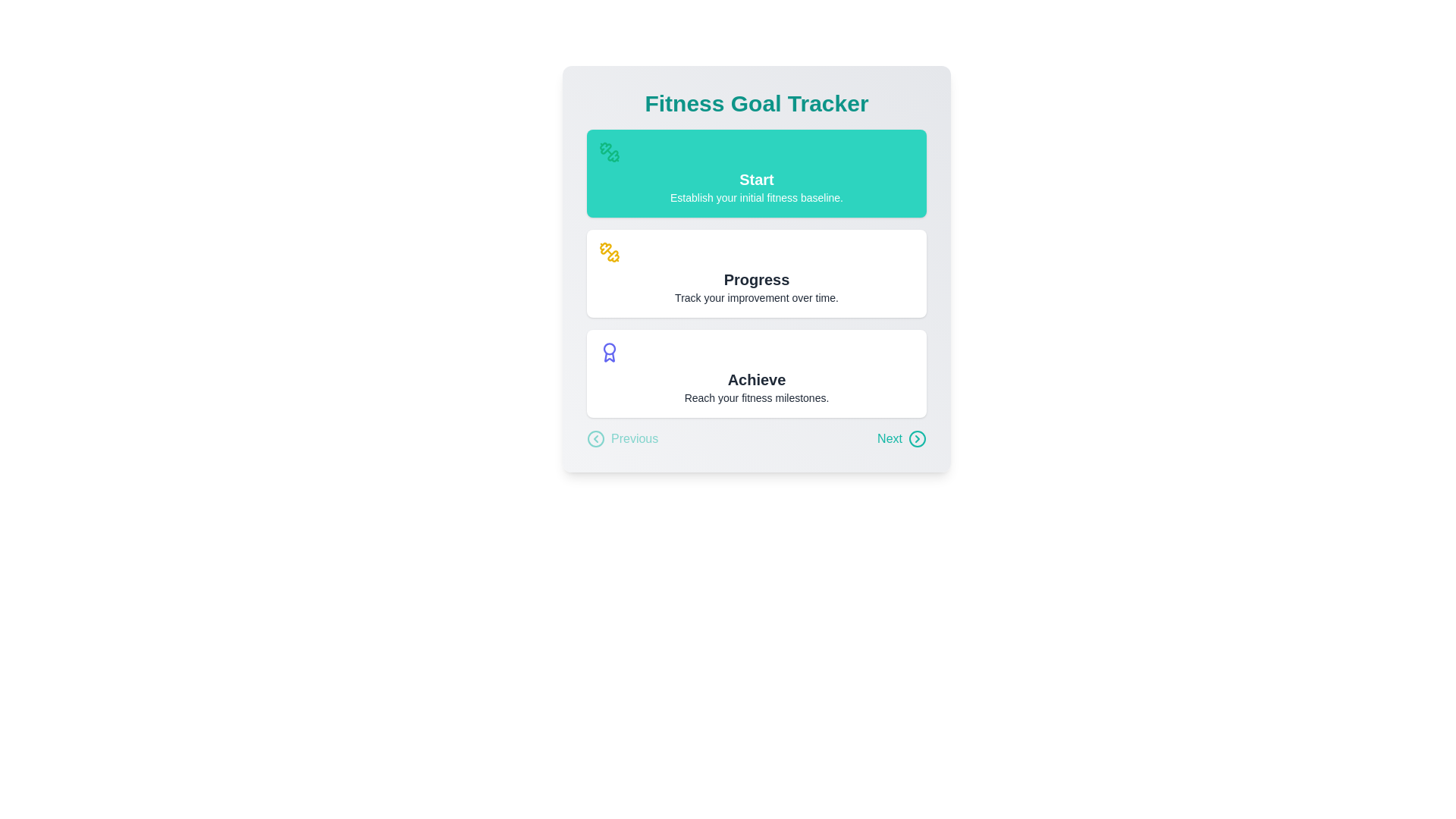 The image size is (1456, 819). I want to click on the Text label that serves as a header for the progress tracking section, located centrally under the 'Fitness Goal Tracker' title, so click(757, 280).